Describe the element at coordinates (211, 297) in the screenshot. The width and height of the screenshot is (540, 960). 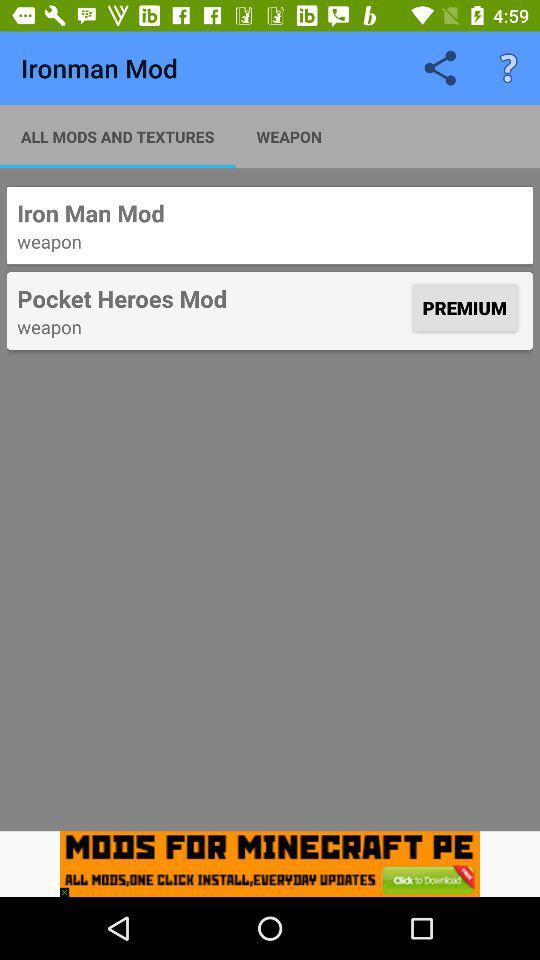
I see `the icon next to the premium` at that location.